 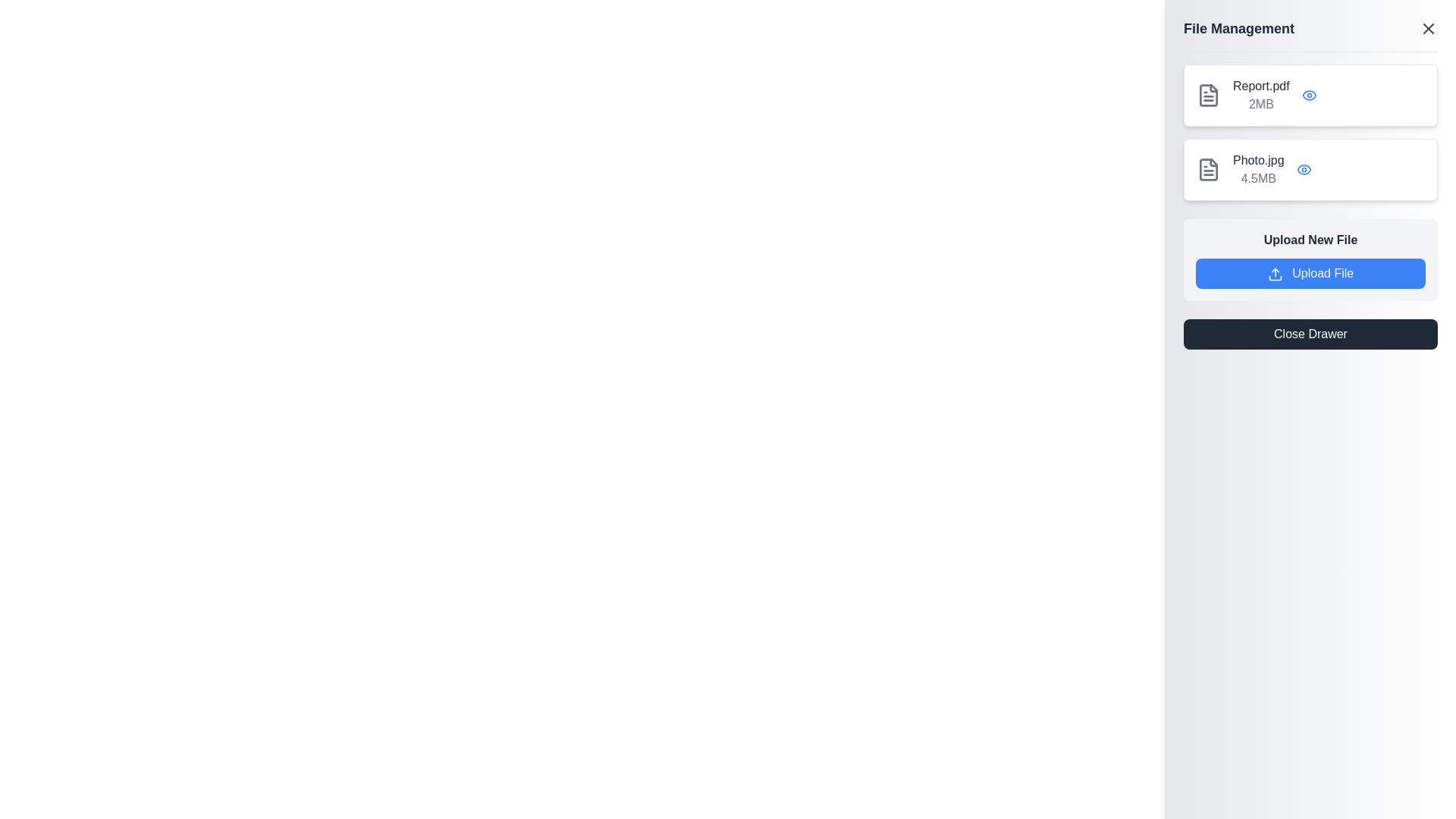 I want to click on the document-type file icon representing 'Report.pdf', which is positioned to the left of the text displaying the file name and size, so click(x=1207, y=96).